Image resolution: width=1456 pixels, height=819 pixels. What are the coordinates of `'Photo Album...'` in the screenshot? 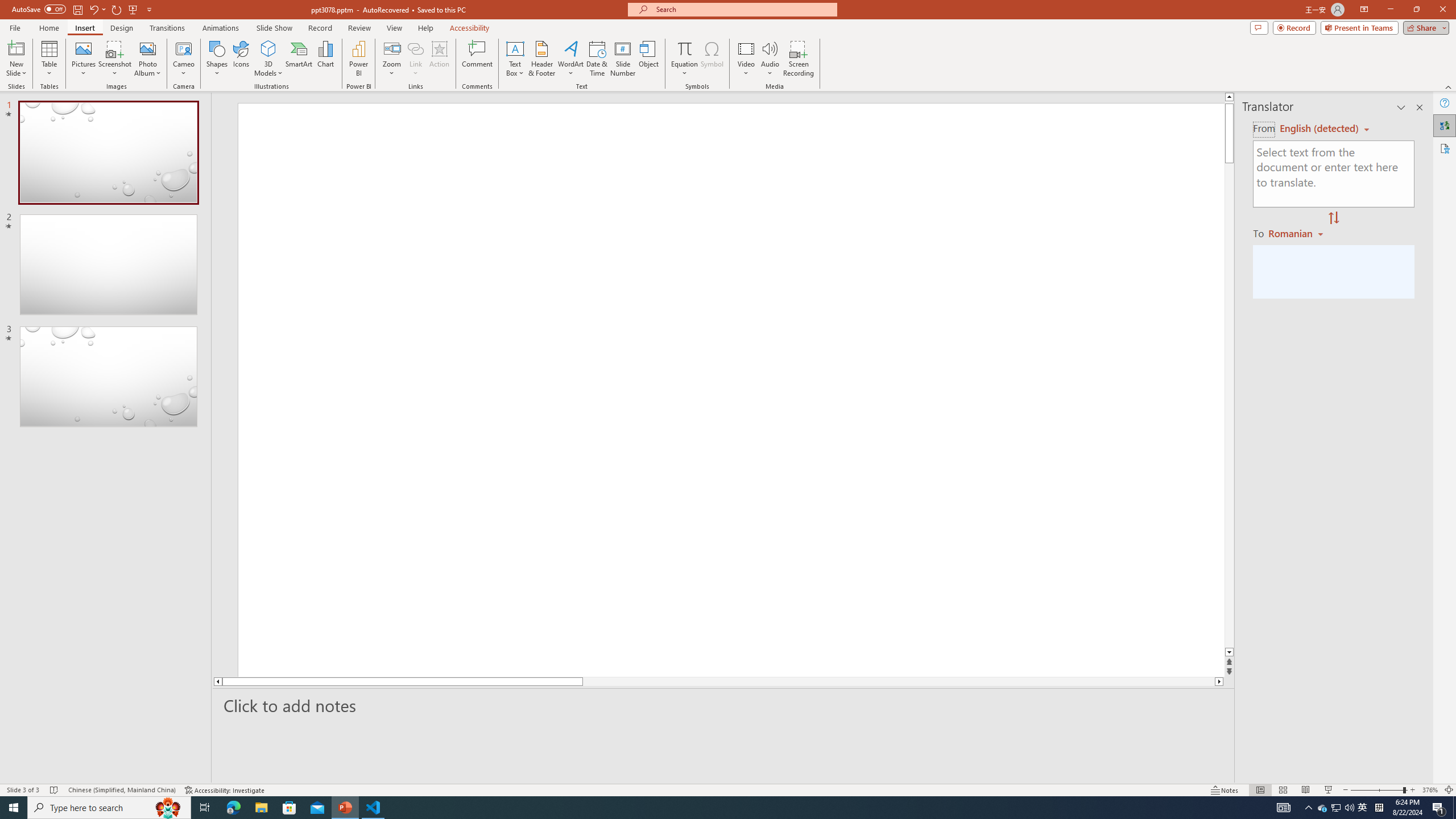 It's located at (147, 59).